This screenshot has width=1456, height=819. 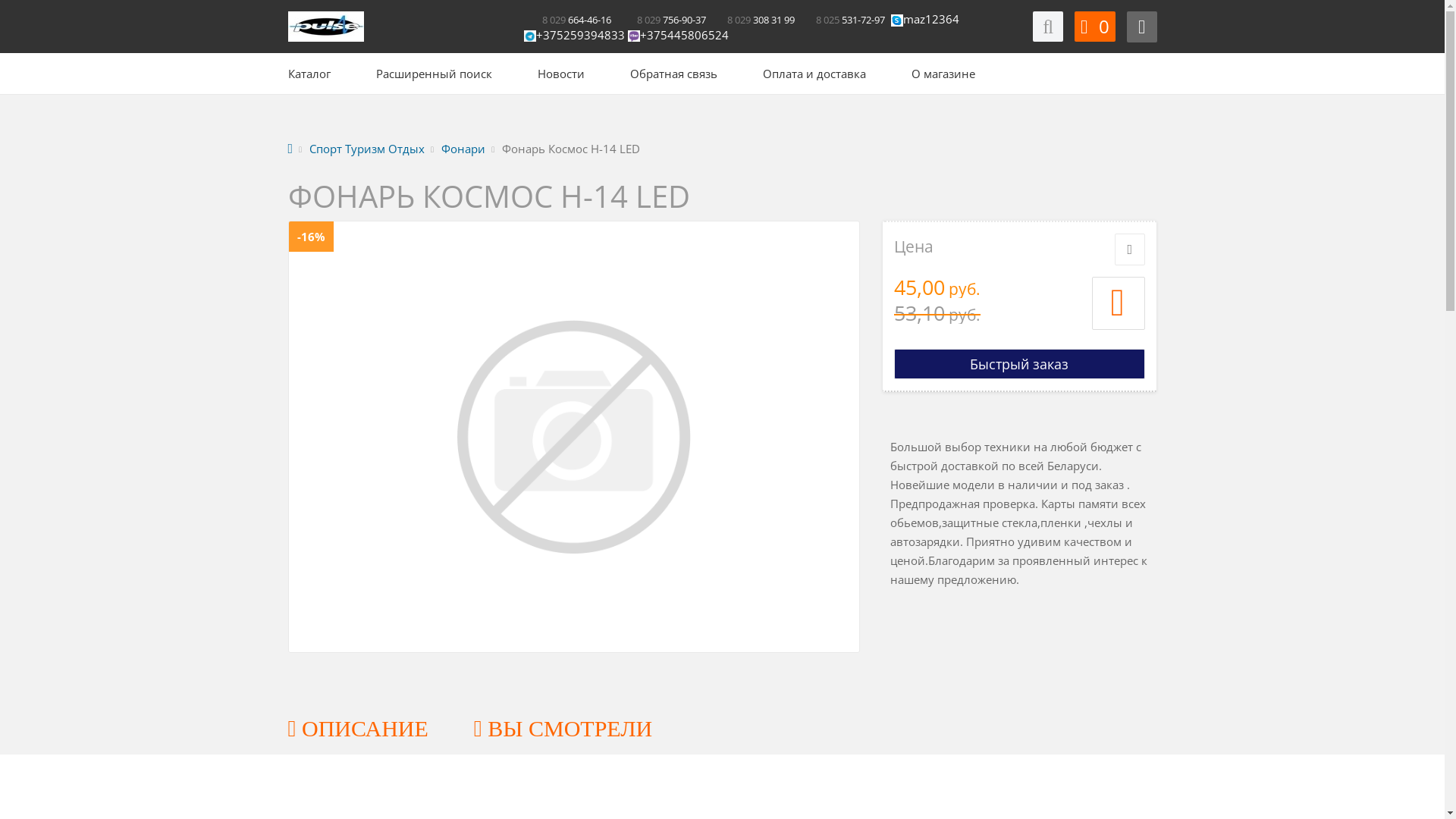 What do you see at coordinates (930, 18) in the screenshot?
I see `'maz12364 '` at bounding box center [930, 18].